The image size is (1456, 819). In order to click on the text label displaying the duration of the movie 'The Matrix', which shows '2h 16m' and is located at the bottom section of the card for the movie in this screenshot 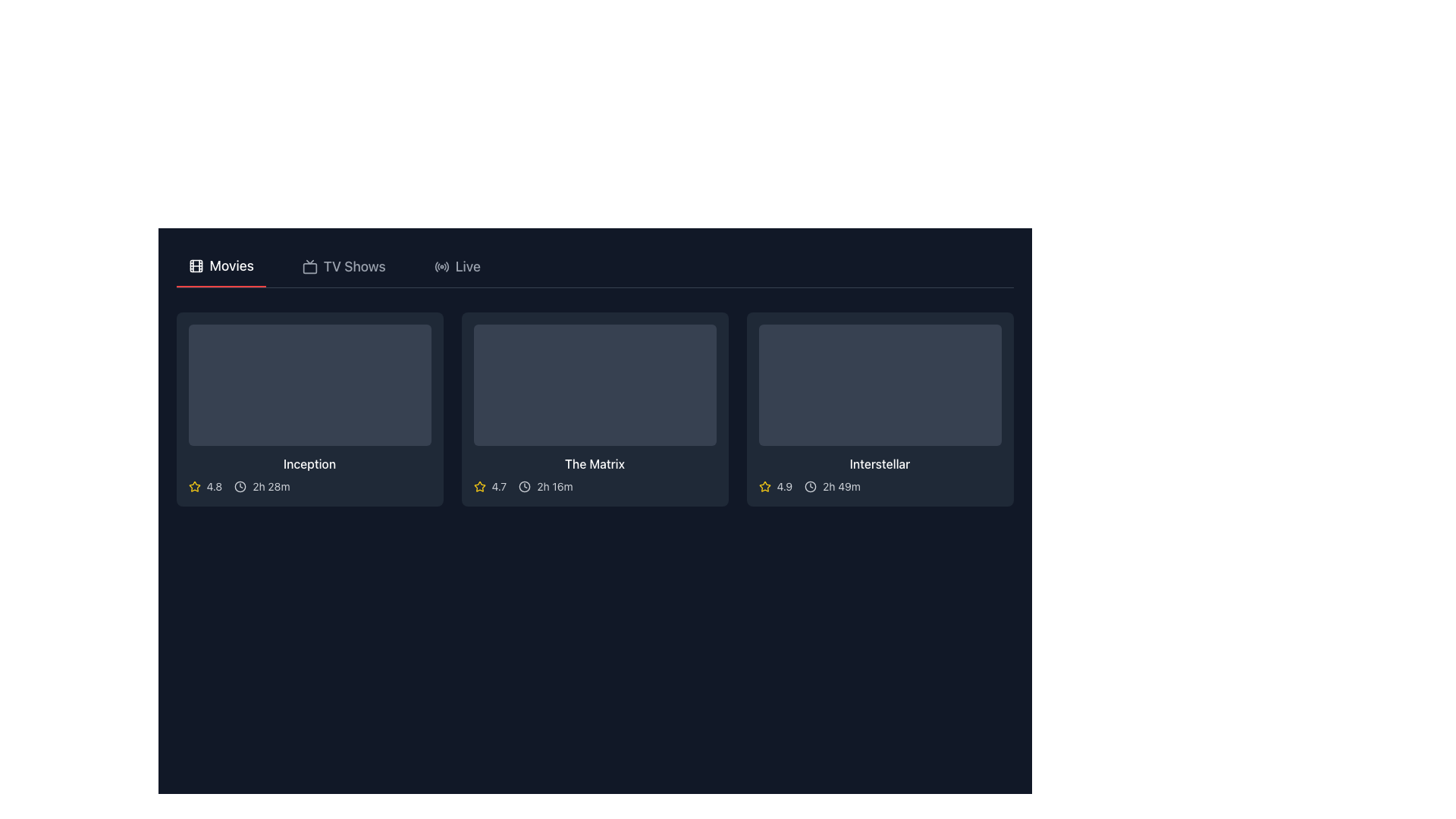, I will do `click(554, 486)`.